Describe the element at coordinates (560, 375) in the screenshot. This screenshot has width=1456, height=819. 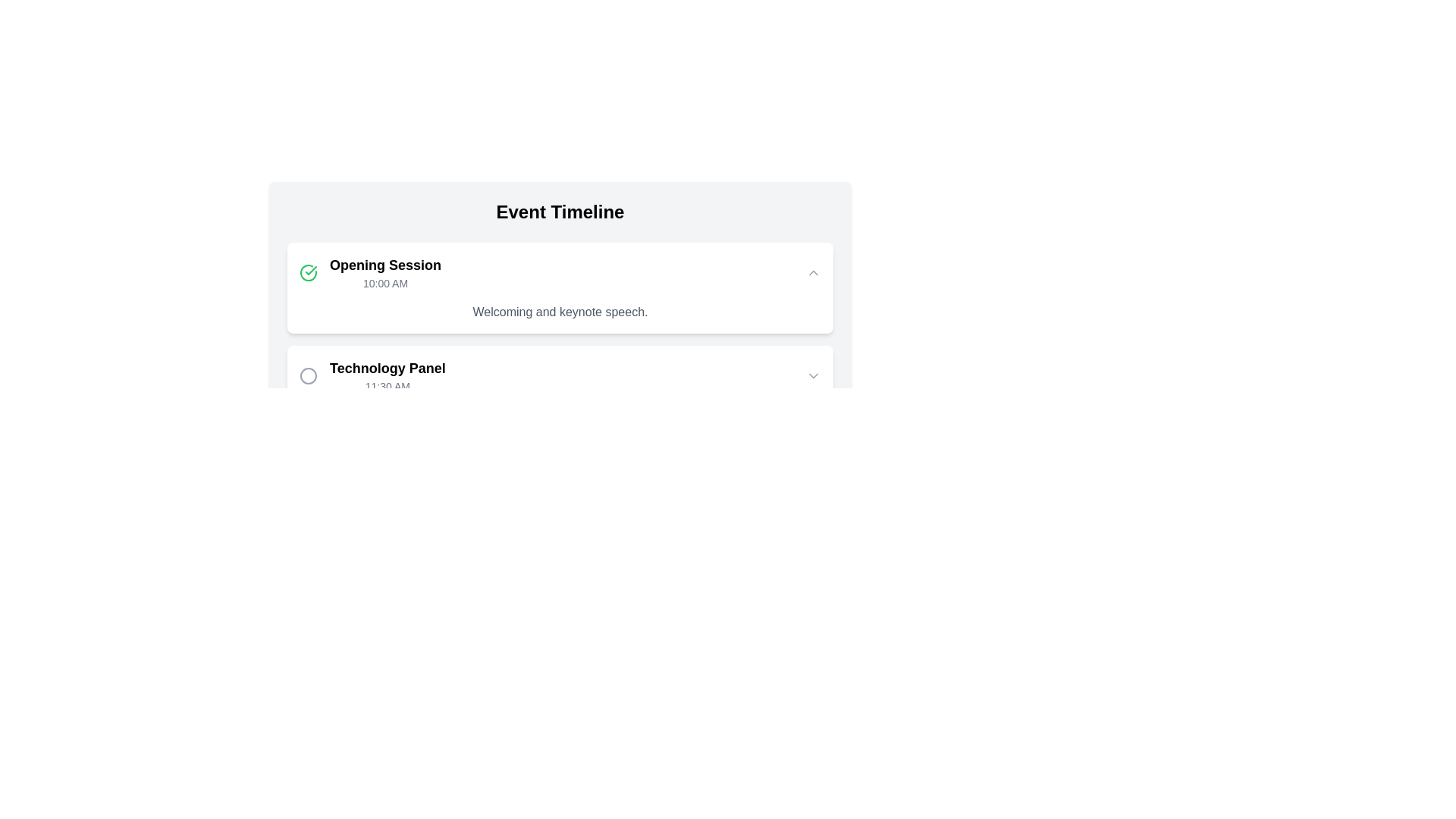
I see `the second timeline entry displaying details about the 'Technology Panel' scheduled at 11:30 AM` at that location.